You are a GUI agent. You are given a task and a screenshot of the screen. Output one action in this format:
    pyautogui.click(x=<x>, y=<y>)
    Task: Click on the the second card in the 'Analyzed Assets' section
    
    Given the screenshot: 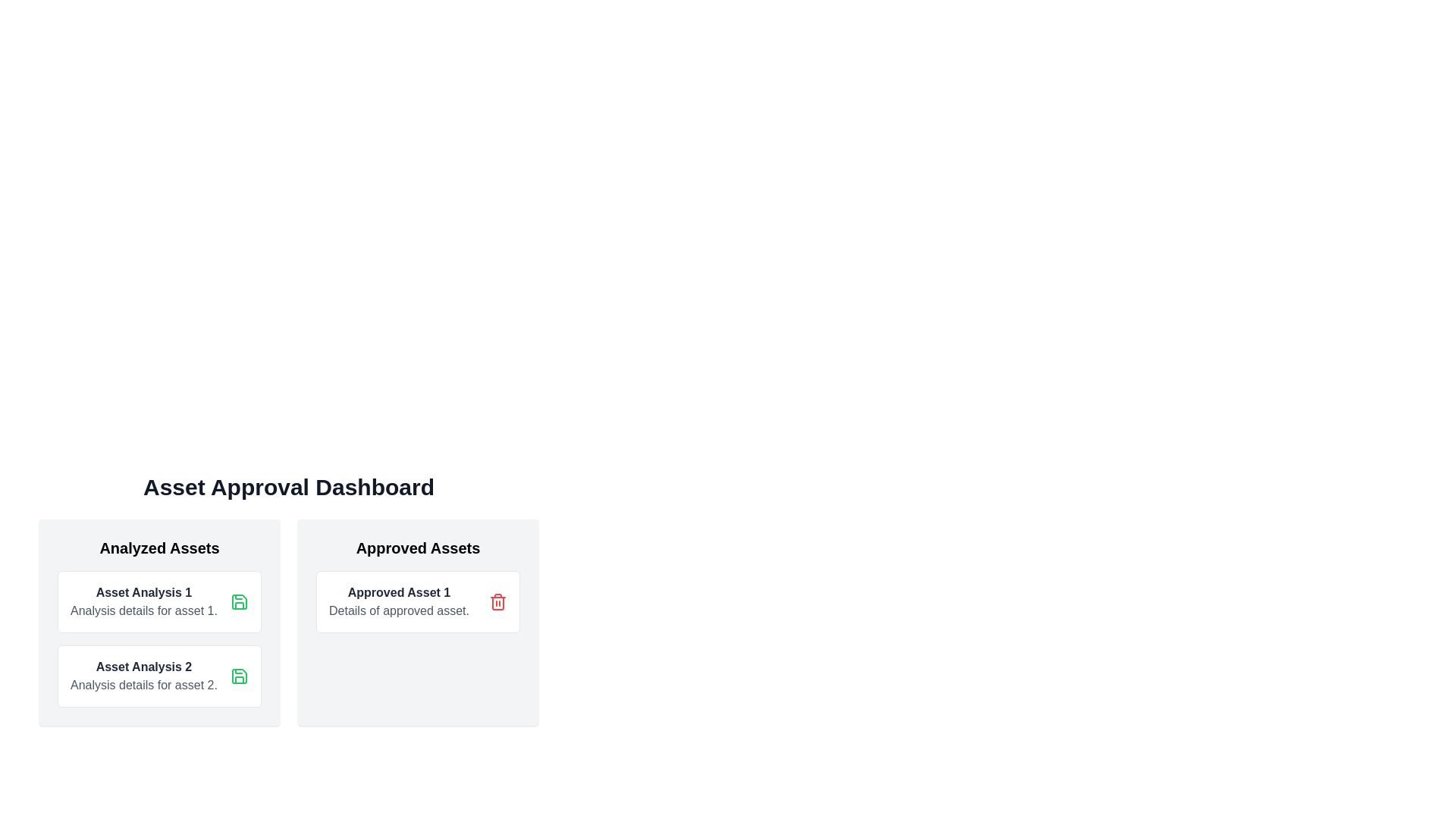 What is the action you would take?
    pyautogui.click(x=159, y=675)
    